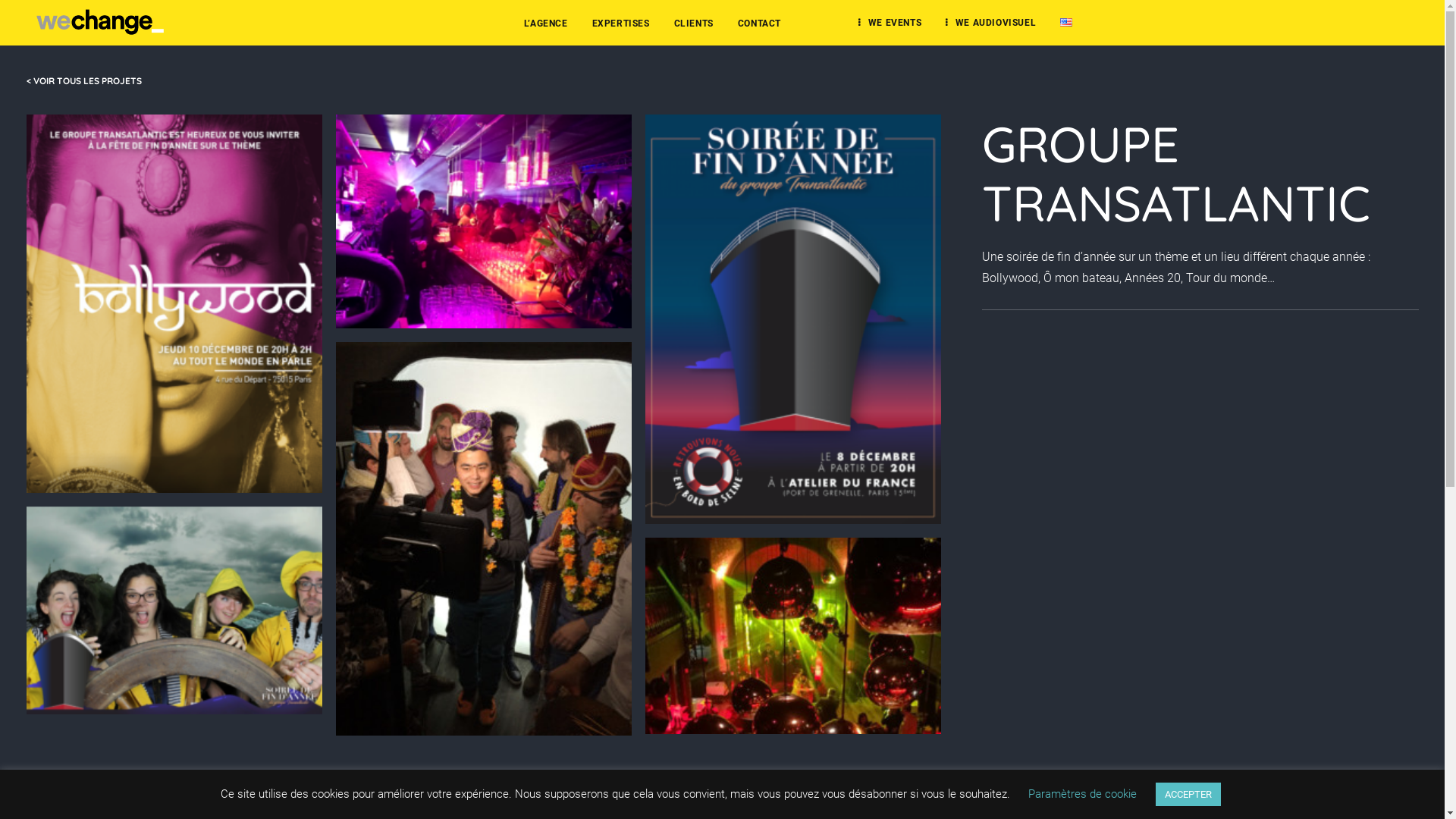 The height and width of the screenshot is (819, 1456). What do you see at coordinates (1187, 793) in the screenshot?
I see `'ACCEPTER'` at bounding box center [1187, 793].